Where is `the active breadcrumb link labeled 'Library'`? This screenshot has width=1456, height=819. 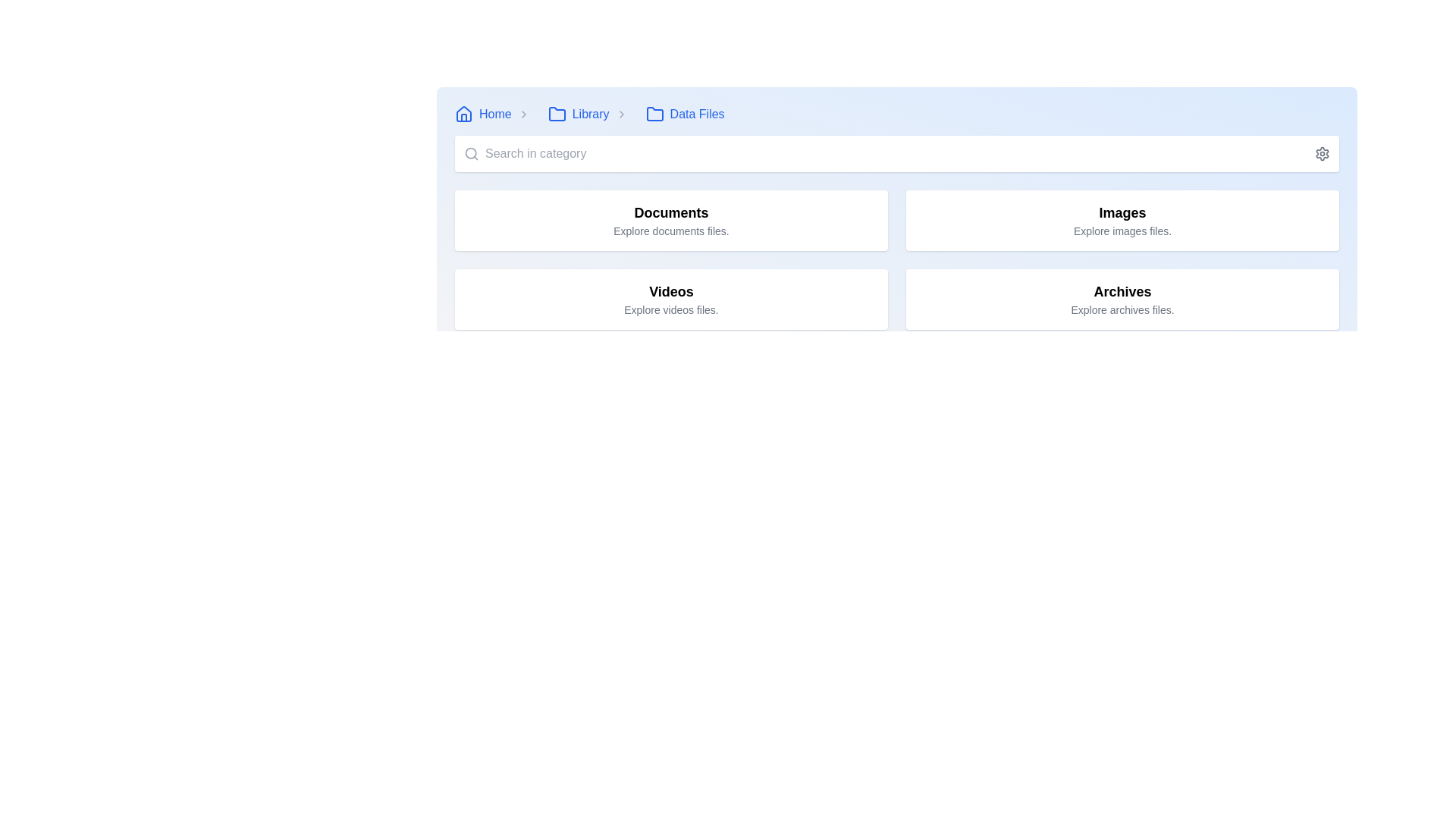
the active breadcrumb link labeled 'Library' is located at coordinates (589, 113).